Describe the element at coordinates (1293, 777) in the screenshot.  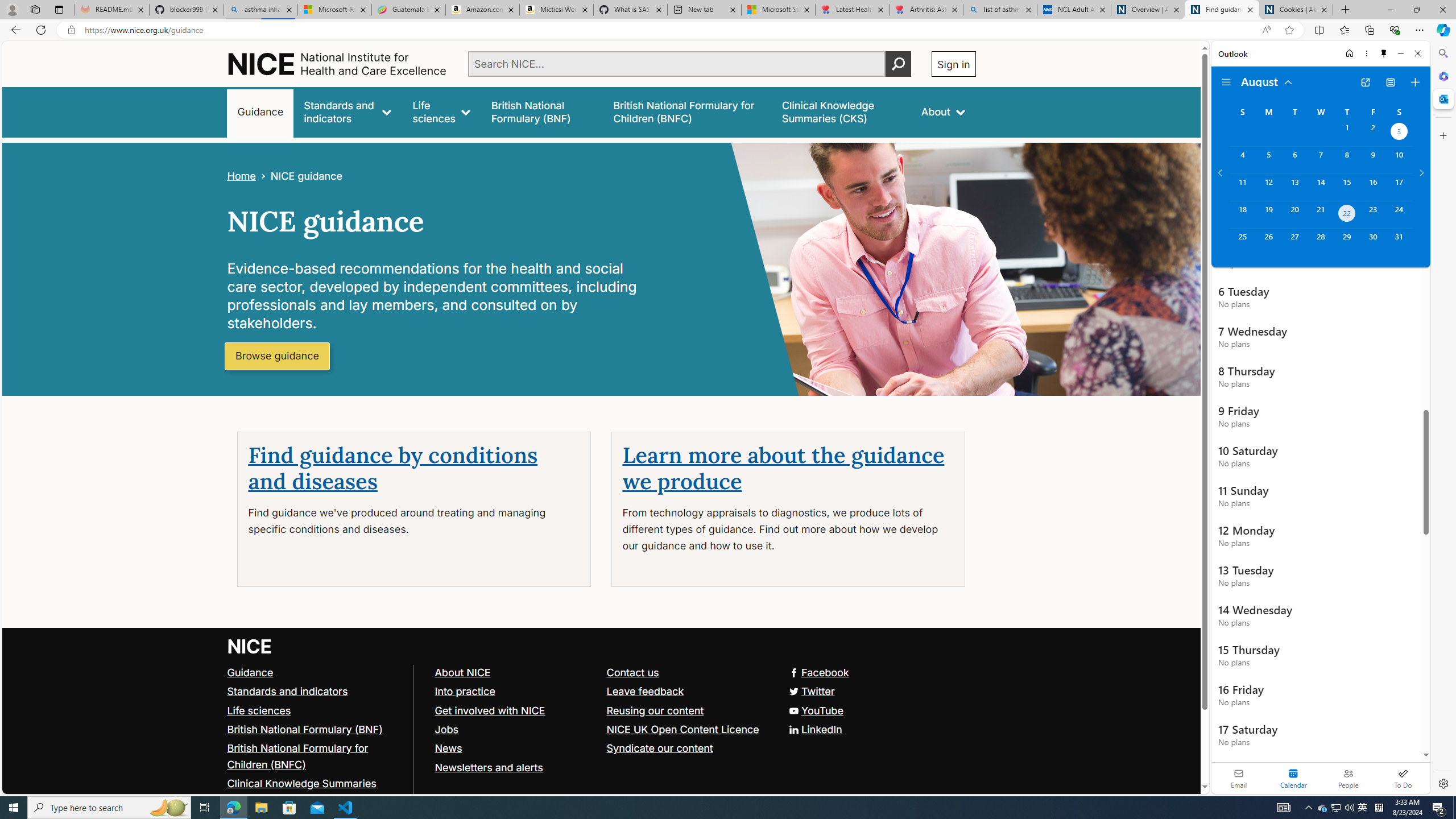
I see `'Selected calendar module. Date today is 22'` at that location.